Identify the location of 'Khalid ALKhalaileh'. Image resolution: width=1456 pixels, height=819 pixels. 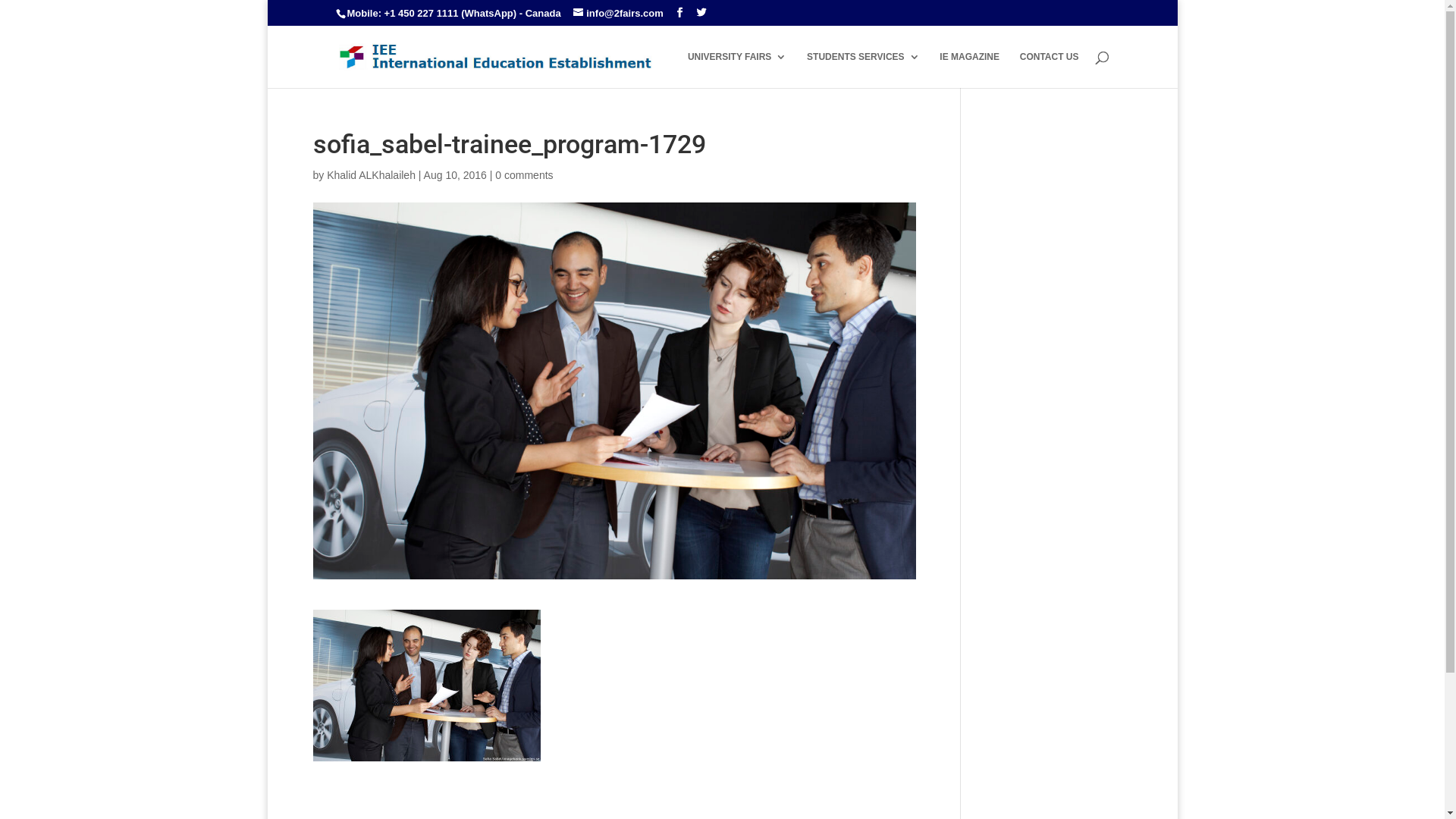
(371, 174).